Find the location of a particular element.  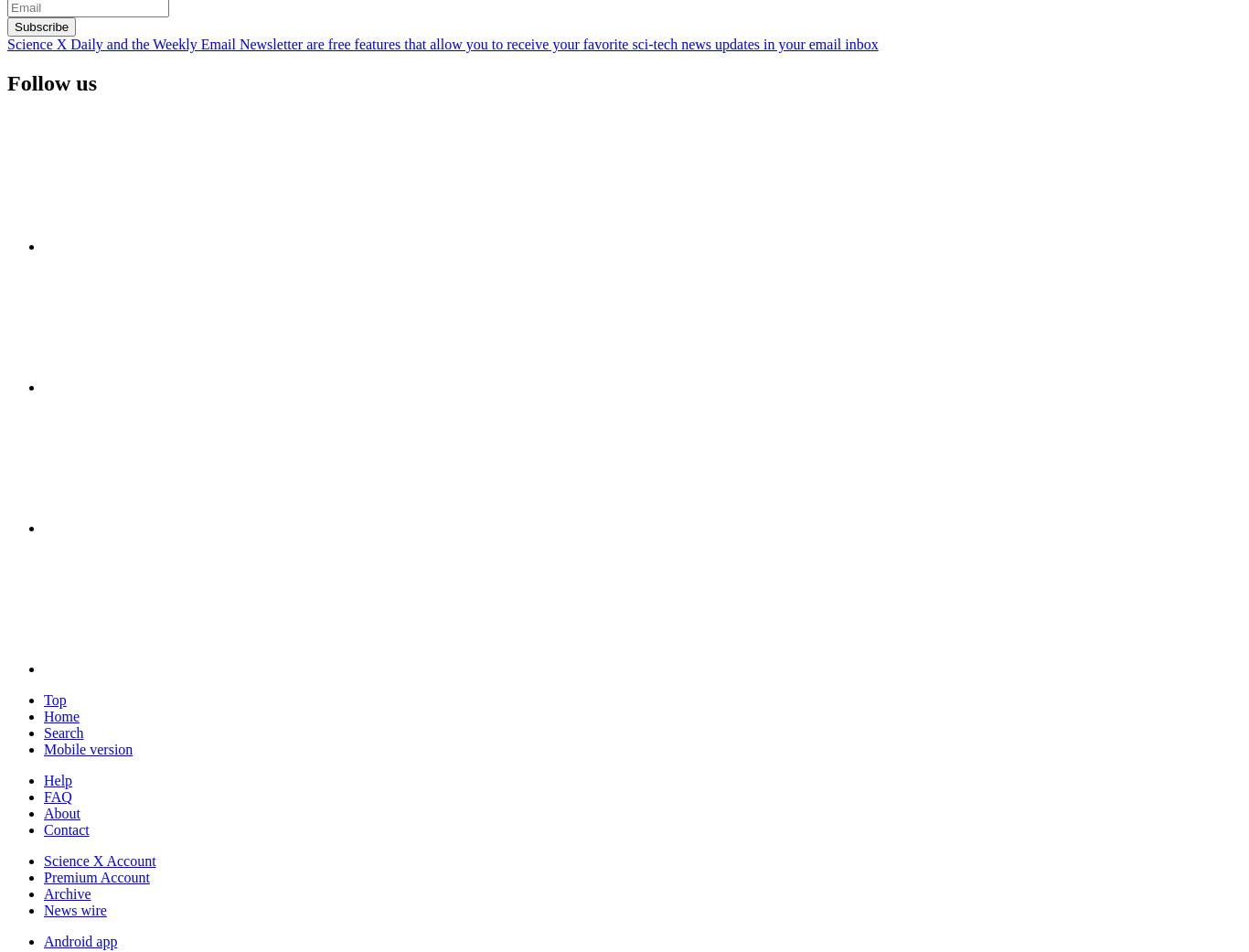

'Mobile version' is located at coordinates (88, 748).